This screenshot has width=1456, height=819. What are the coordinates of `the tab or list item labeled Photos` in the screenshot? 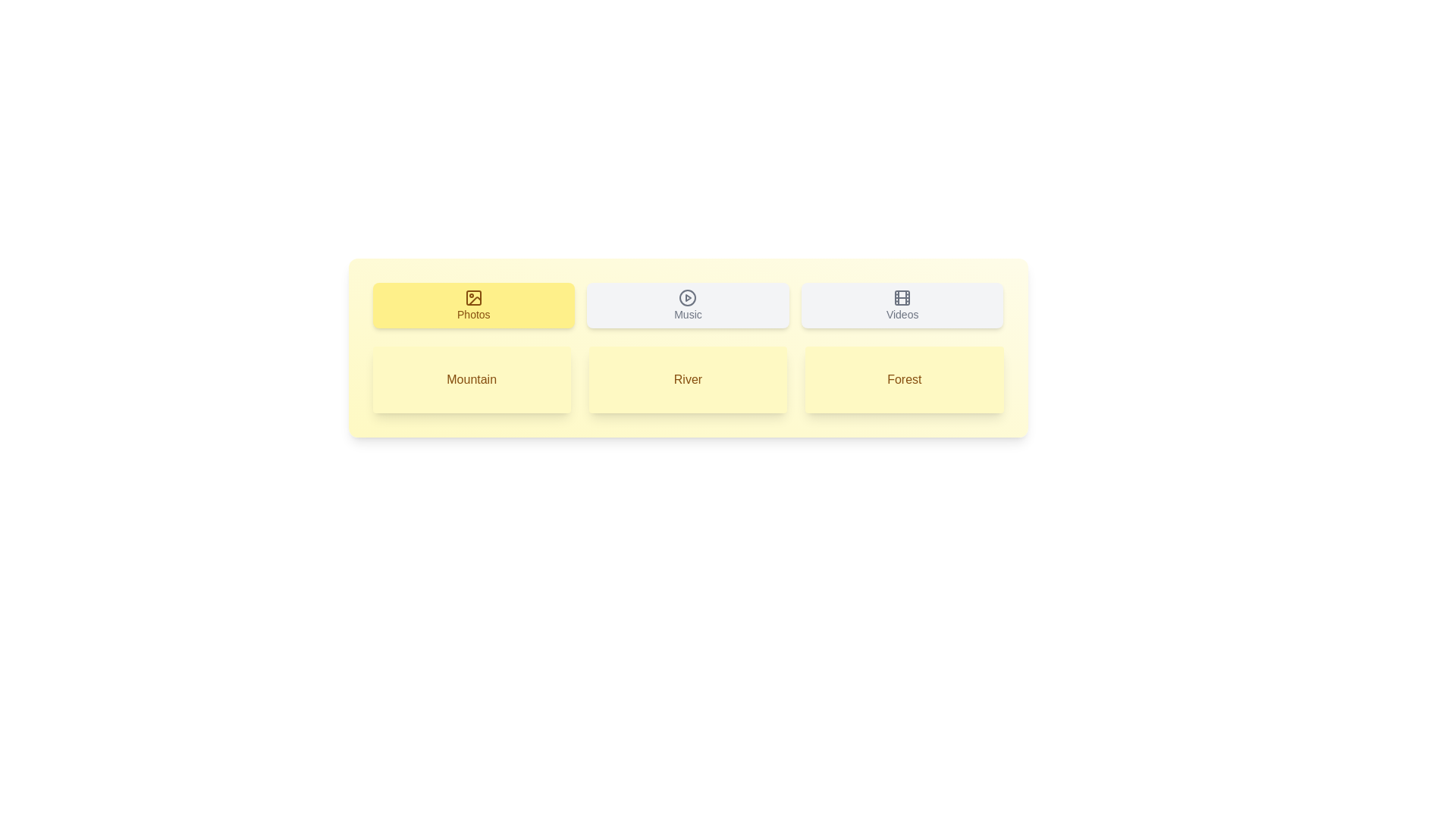 It's located at (472, 305).